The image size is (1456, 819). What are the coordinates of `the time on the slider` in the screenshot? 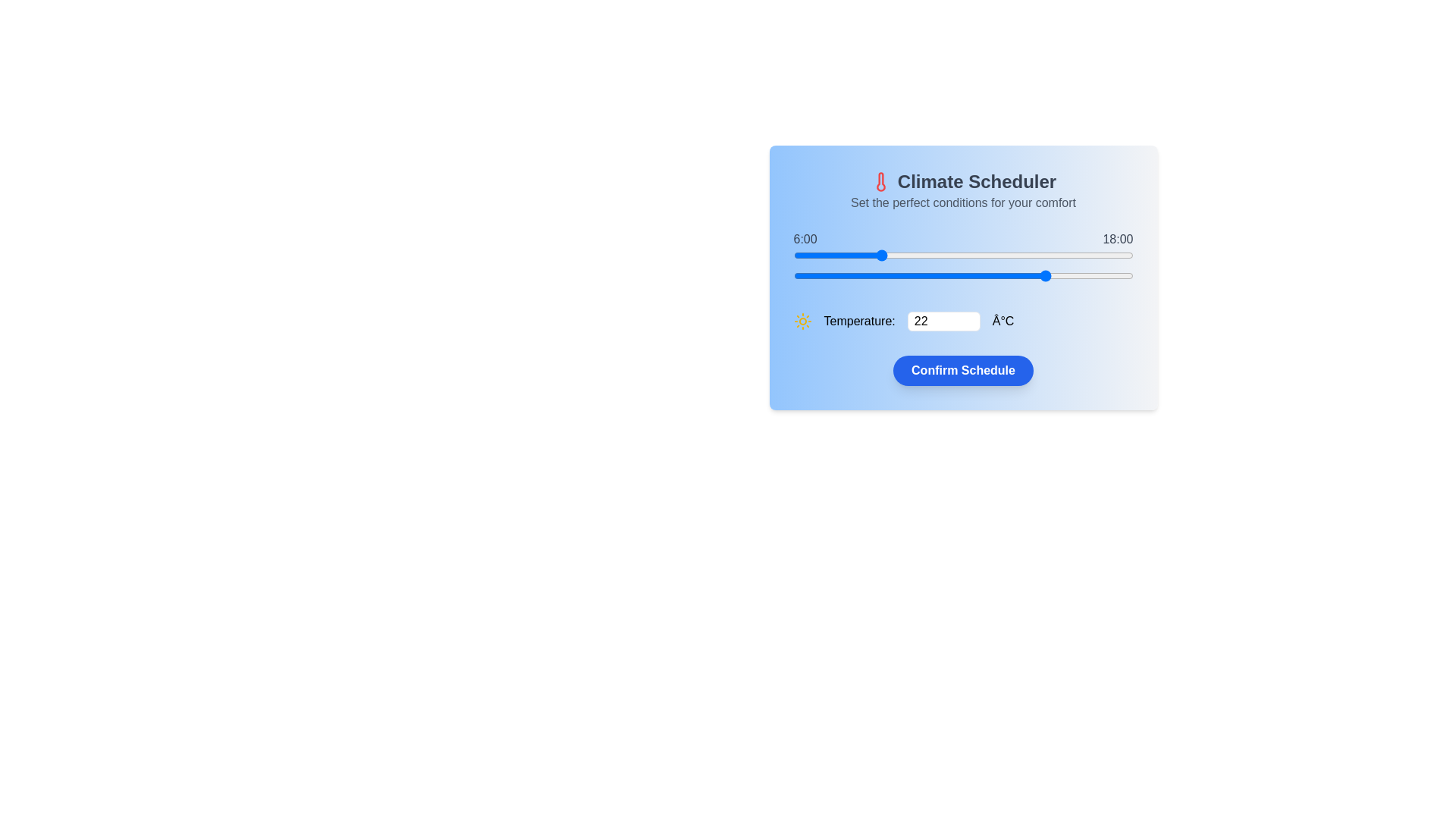 It's located at (835, 254).